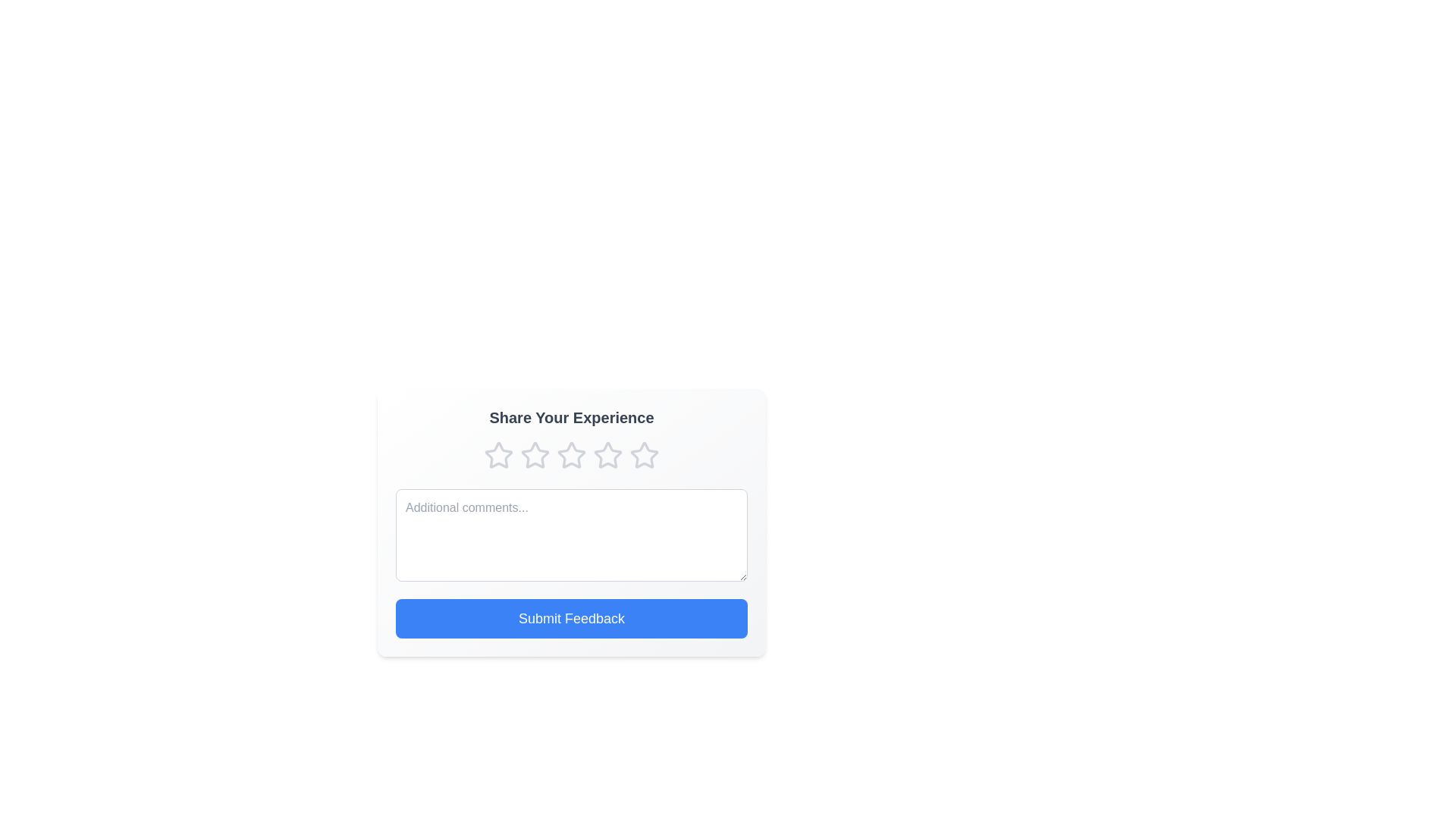 The height and width of the screenshot is (819, 1456). I want to click on the star rating component, which consists of five empty stars styled in light gray, located below the 'Share Your Experience' text in the feedback card, so click(570, 455).